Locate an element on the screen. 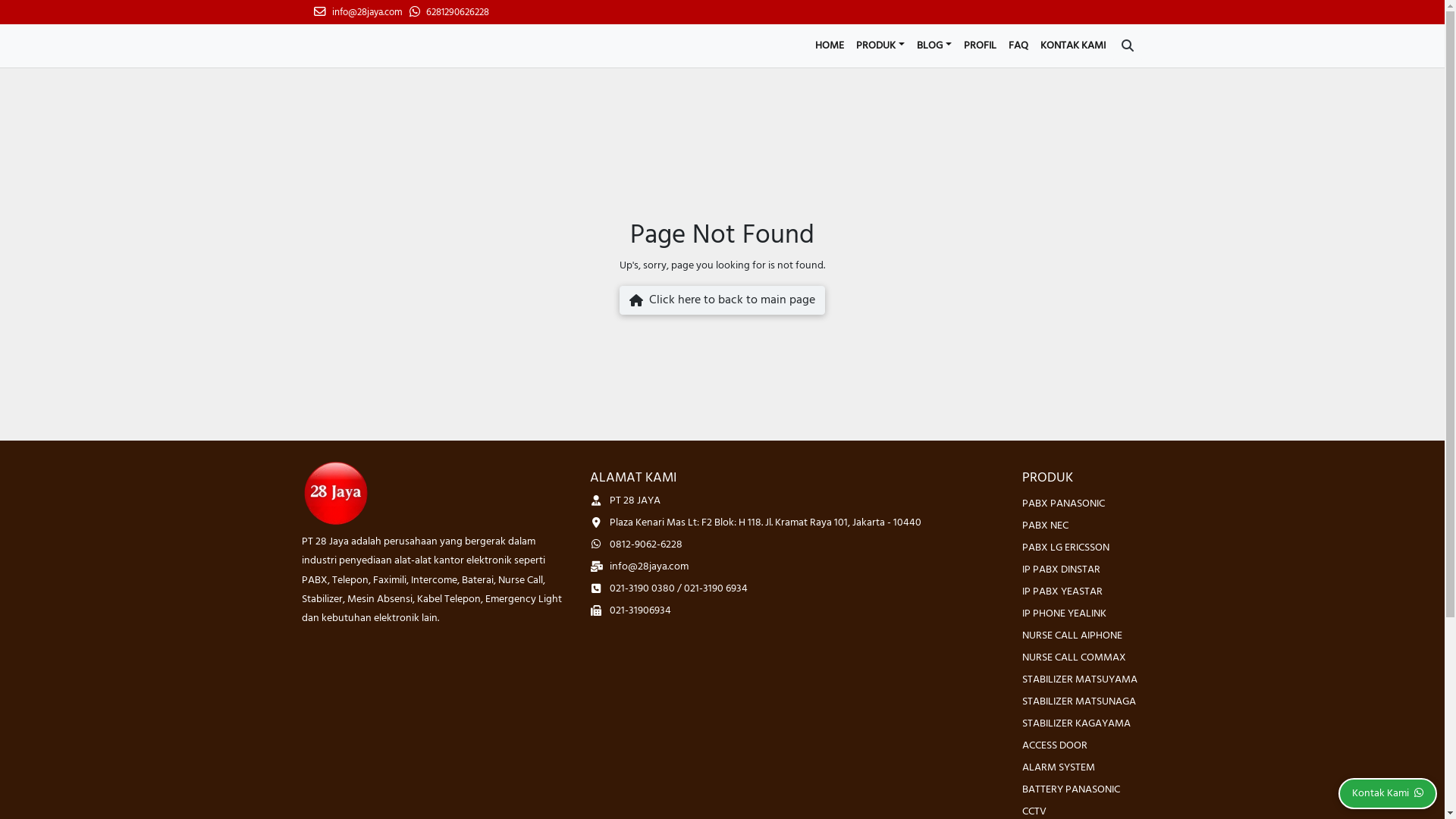  'Kontak Kami' is located at coordinates (1387, 792).